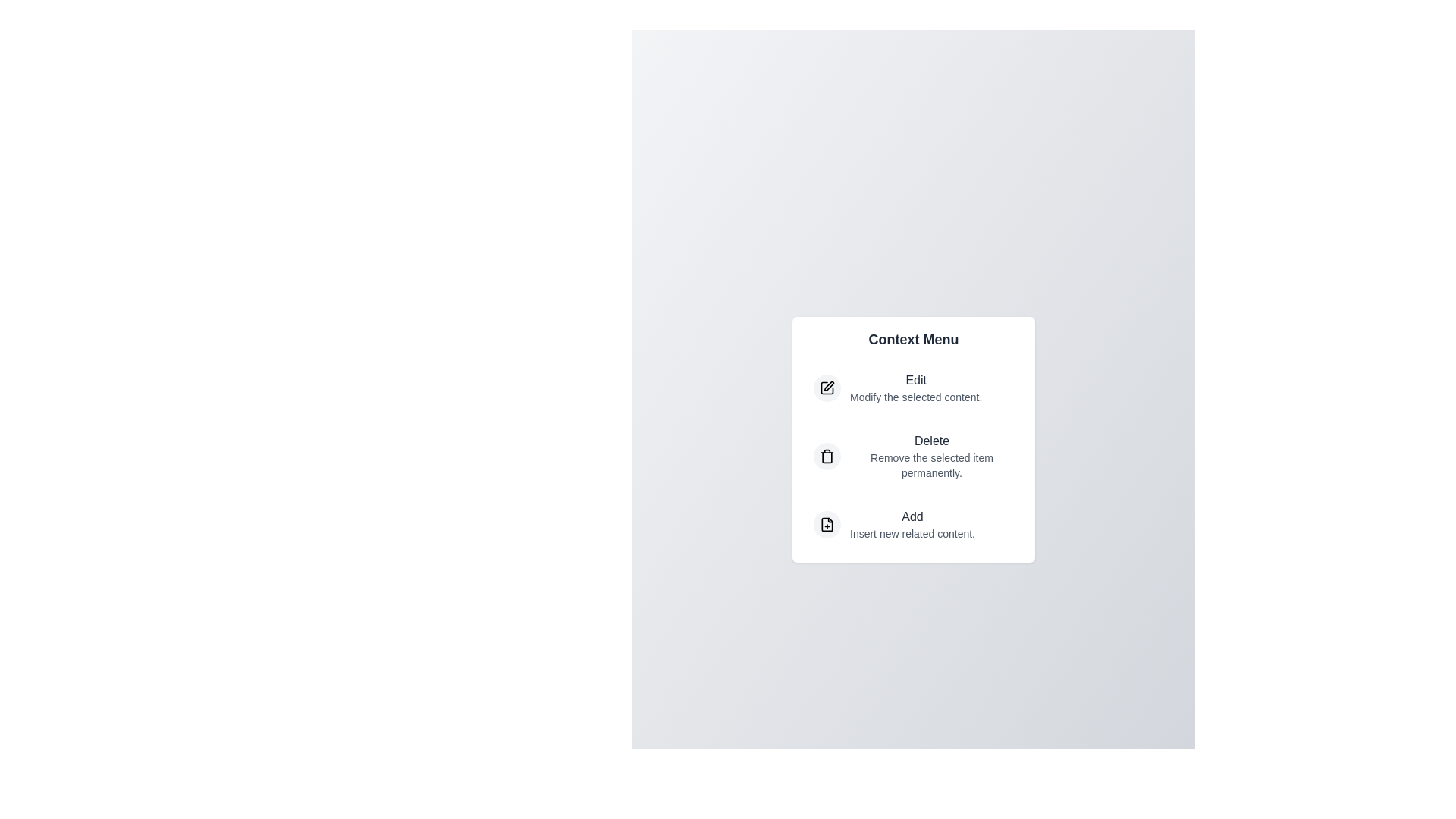 This screenshot has width=1456, height=819. I want to click on the menu item labeled Delete to view its hover effect, so click(912, 455).